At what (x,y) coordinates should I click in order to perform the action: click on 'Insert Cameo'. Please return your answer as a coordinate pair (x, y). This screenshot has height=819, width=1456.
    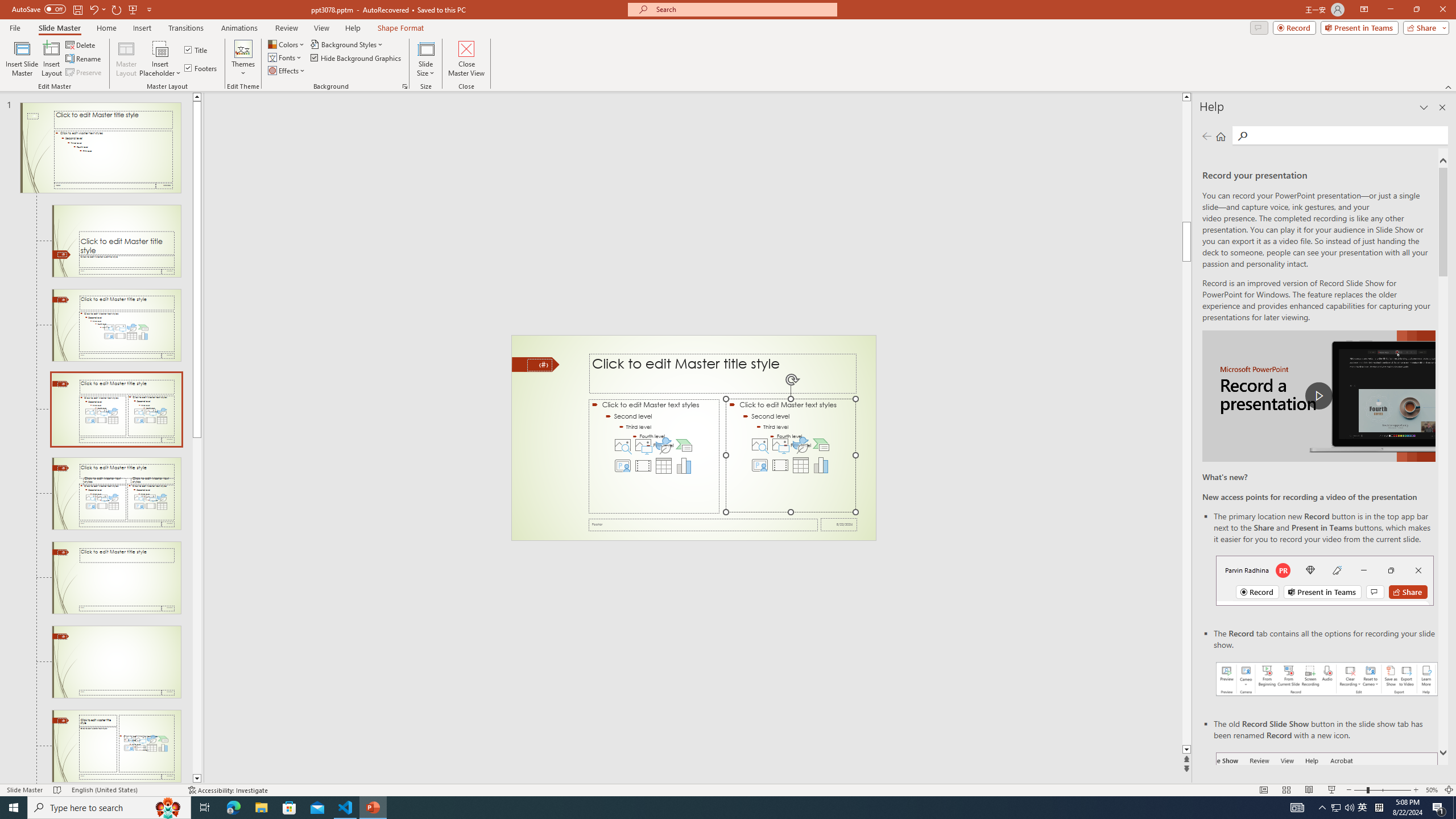
    Looking at the image, I should click on (760, 464).